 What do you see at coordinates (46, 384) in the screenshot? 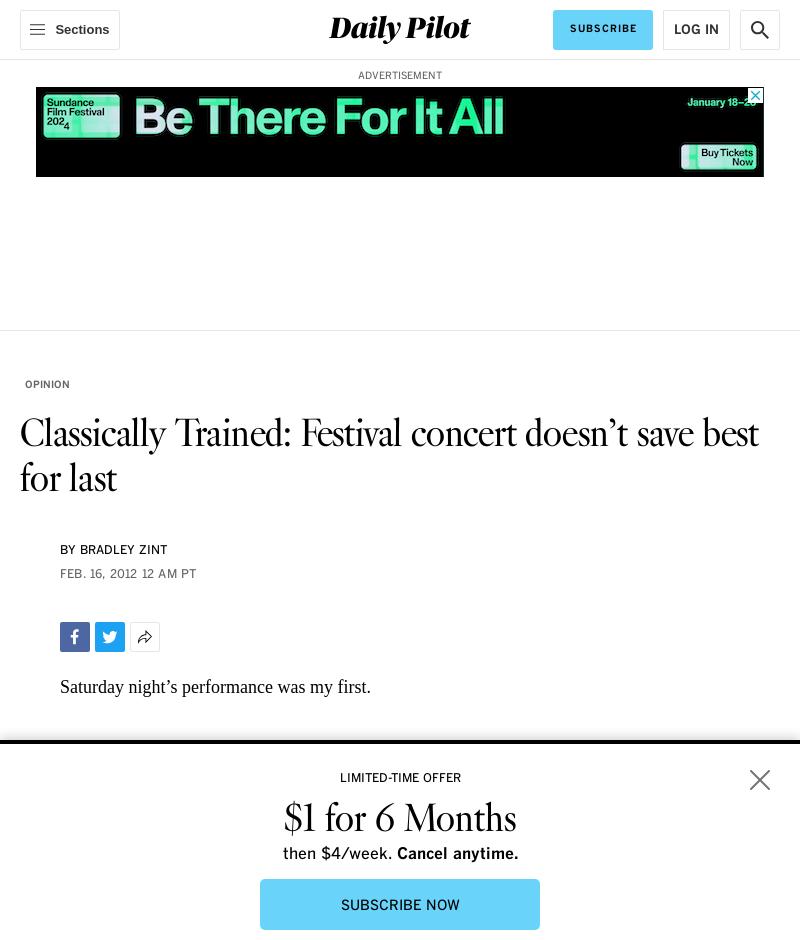
I see `'Opinion'` at bounding box center [46, 384].